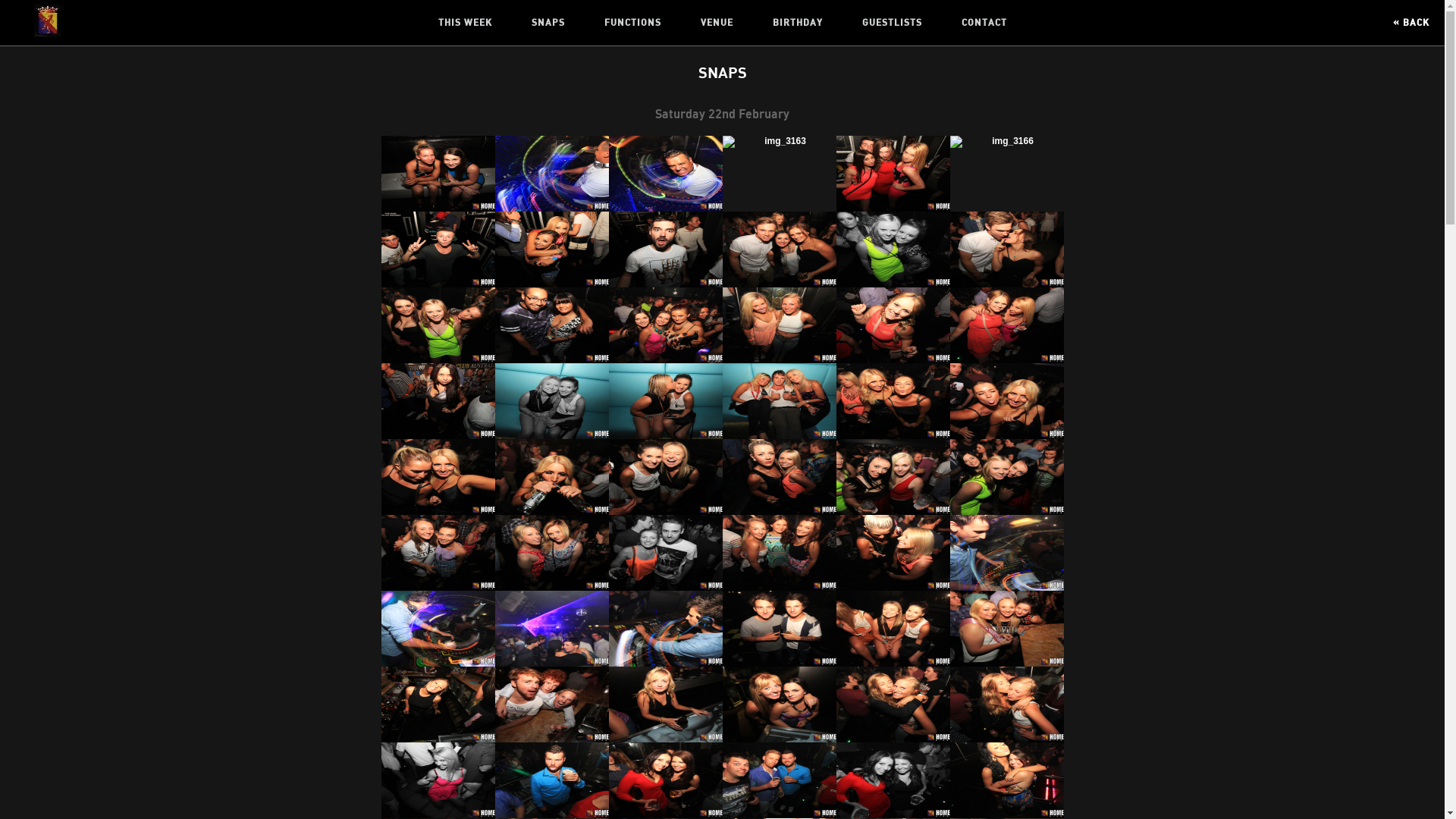  What do you see at coordinates (494, 172) in the screenshot?
I see `' '` at bounding box center [494, 172].